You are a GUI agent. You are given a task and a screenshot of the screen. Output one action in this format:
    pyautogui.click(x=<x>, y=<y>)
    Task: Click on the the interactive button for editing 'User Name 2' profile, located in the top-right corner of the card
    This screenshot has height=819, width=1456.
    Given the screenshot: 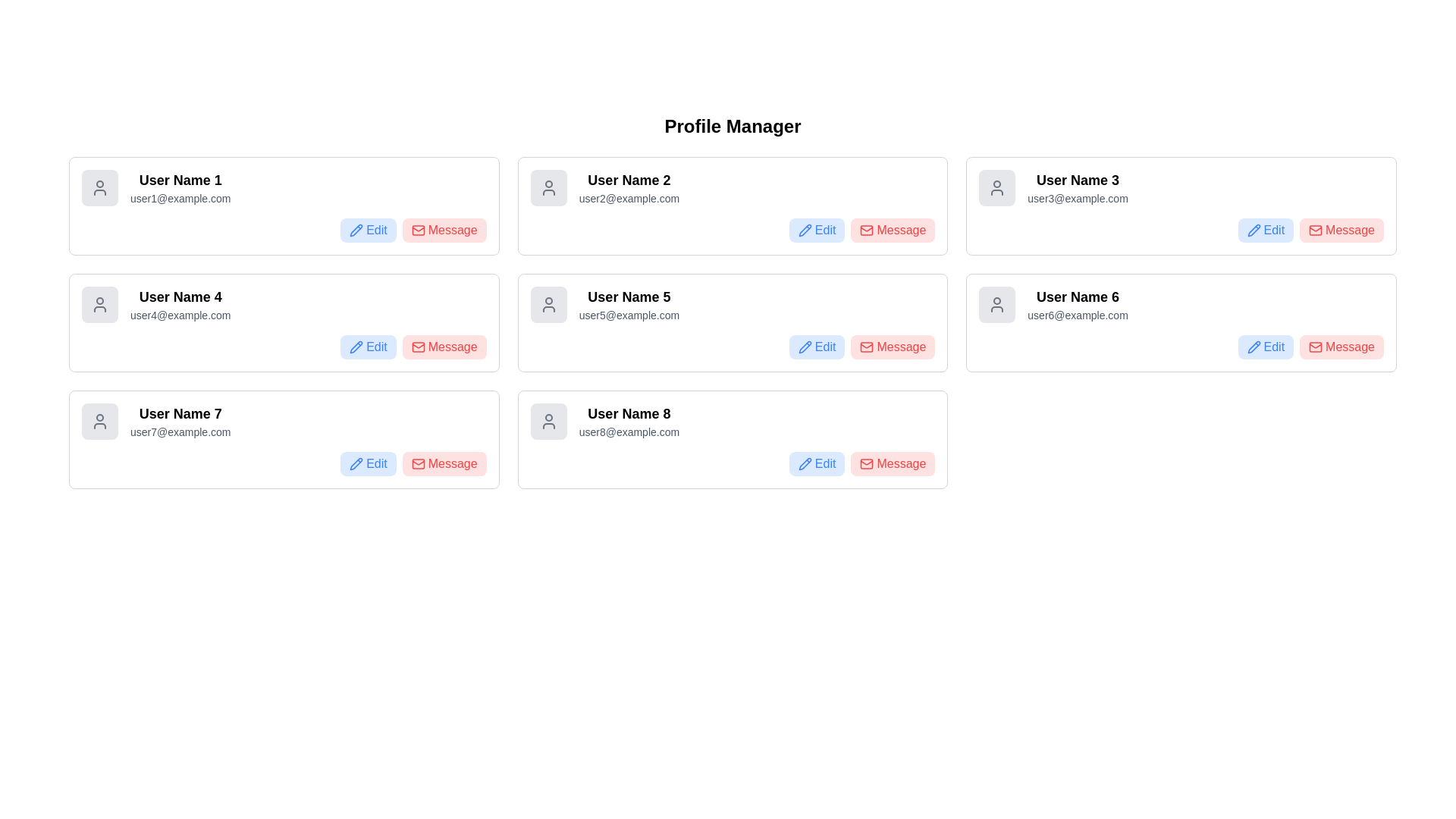 What is the action you would take?
    pyautogui.click(x=816, y=231)
    